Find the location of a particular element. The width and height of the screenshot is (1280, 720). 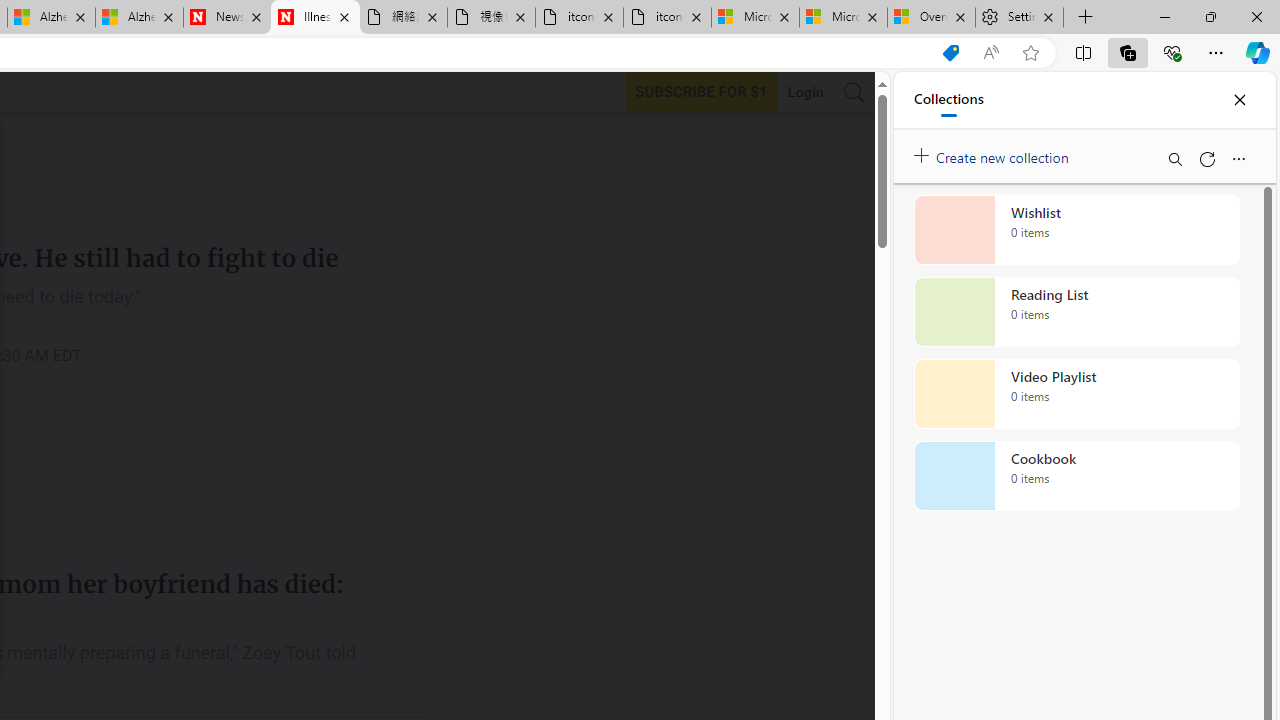

'Video Playlist collection, 0 items' is located at coordinates (1076, 394).